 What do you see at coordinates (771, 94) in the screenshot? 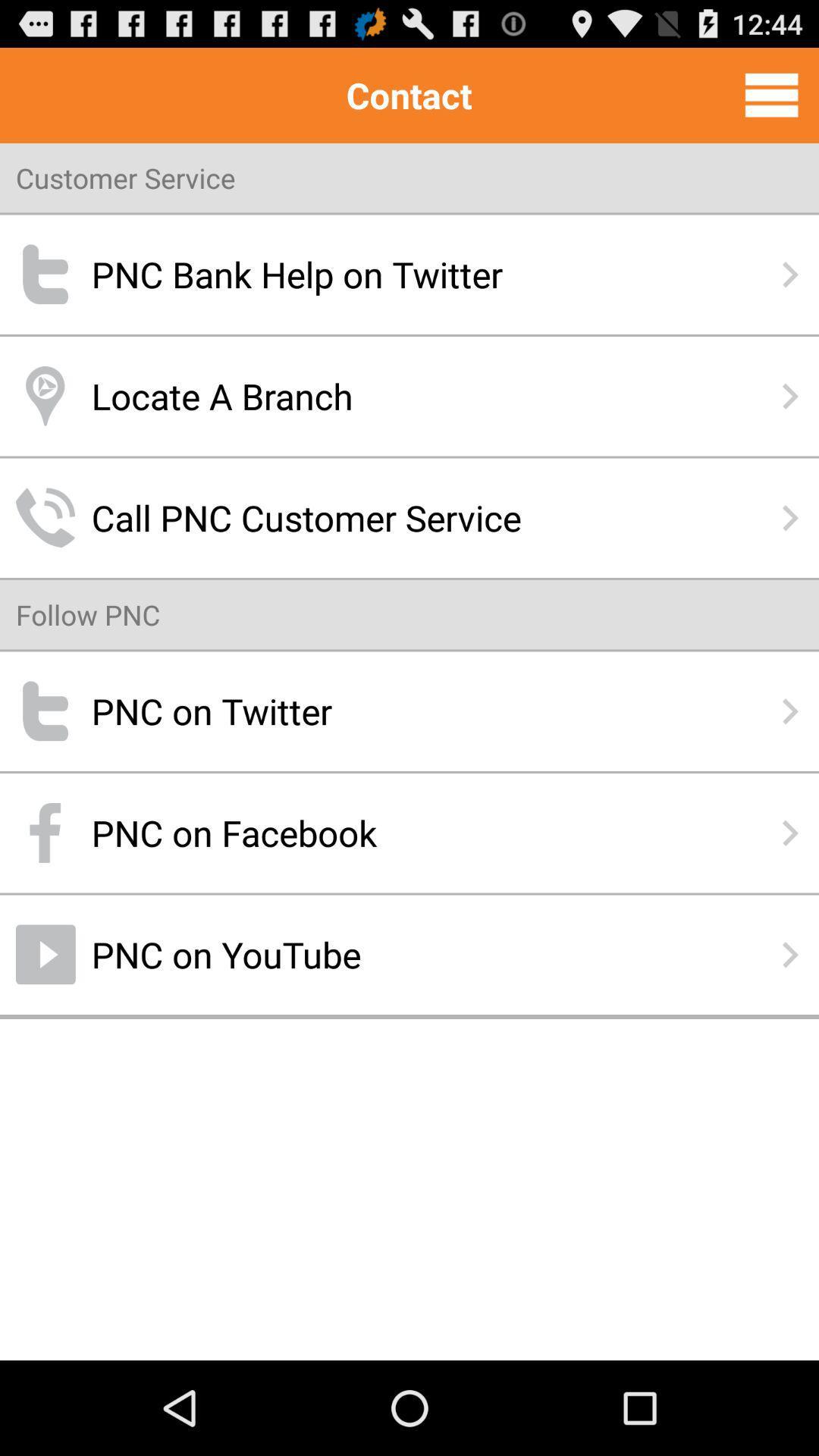
I see `it shows main menu` at bounding box center [771, 94].